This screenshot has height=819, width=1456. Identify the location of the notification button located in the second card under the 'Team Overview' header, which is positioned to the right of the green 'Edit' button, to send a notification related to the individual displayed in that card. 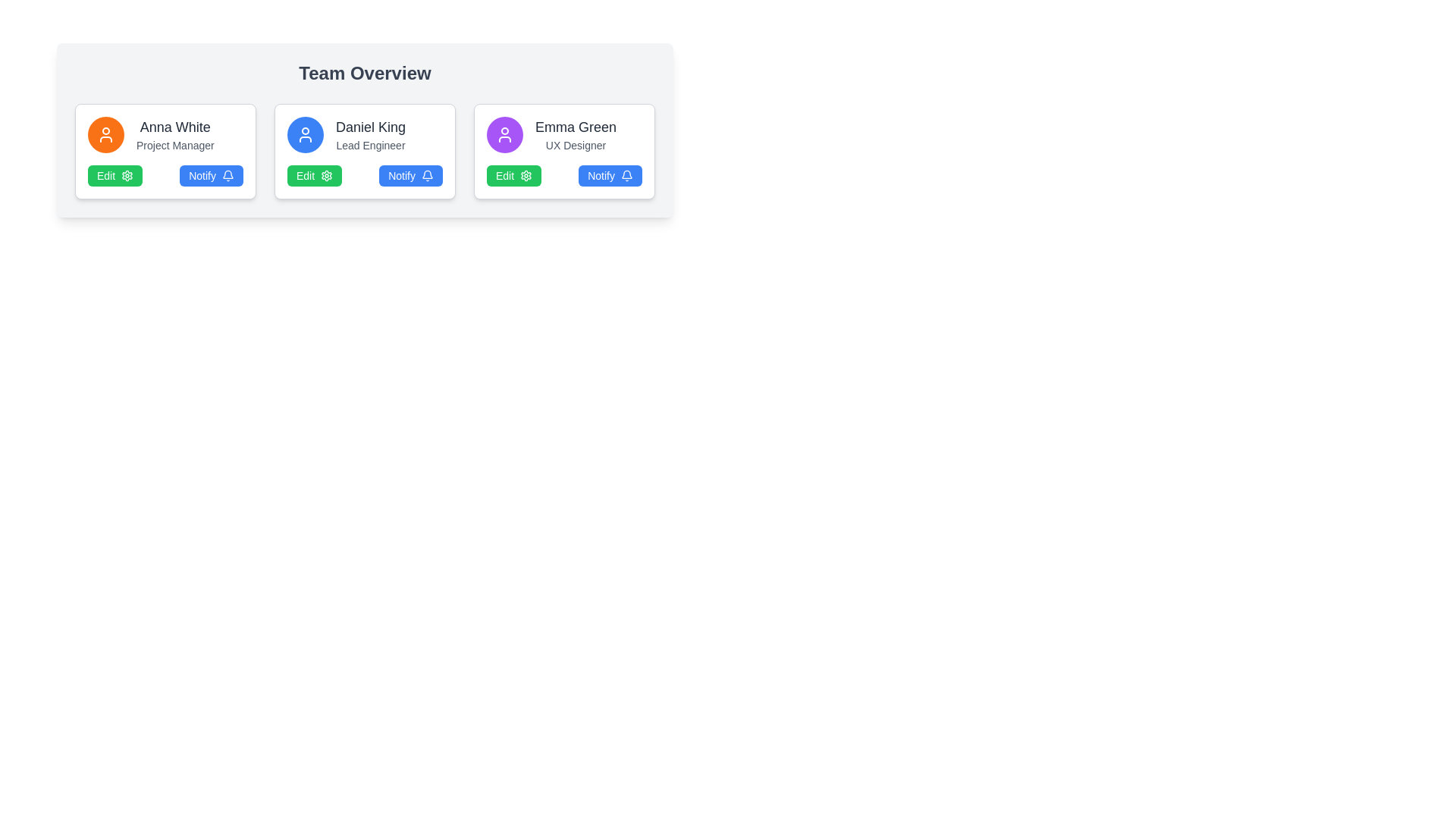
(411, 174).